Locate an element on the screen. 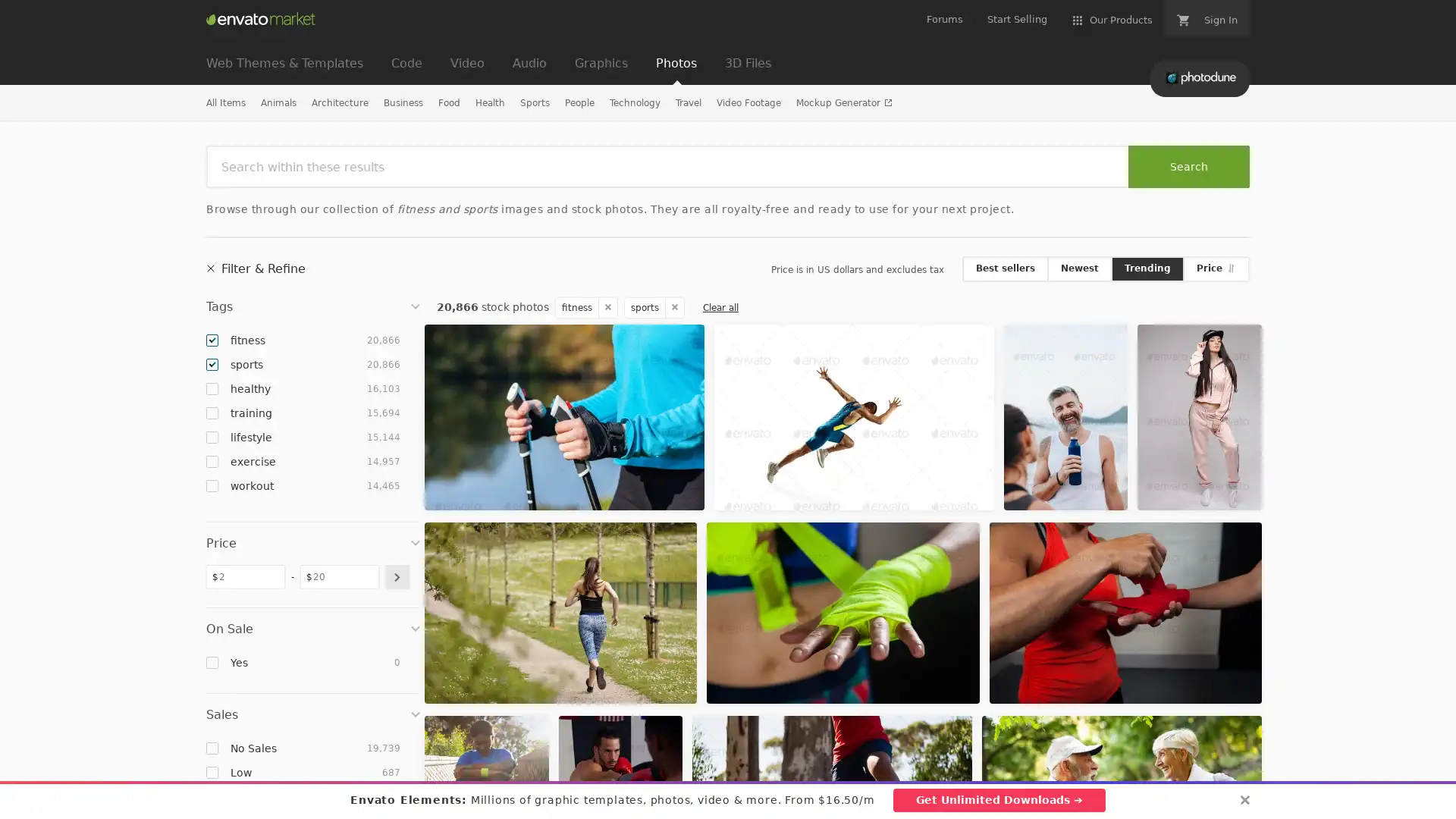 The width and height of the screenshot is (1456, 819). Add to Favorites is located at coordinates (959, 541).